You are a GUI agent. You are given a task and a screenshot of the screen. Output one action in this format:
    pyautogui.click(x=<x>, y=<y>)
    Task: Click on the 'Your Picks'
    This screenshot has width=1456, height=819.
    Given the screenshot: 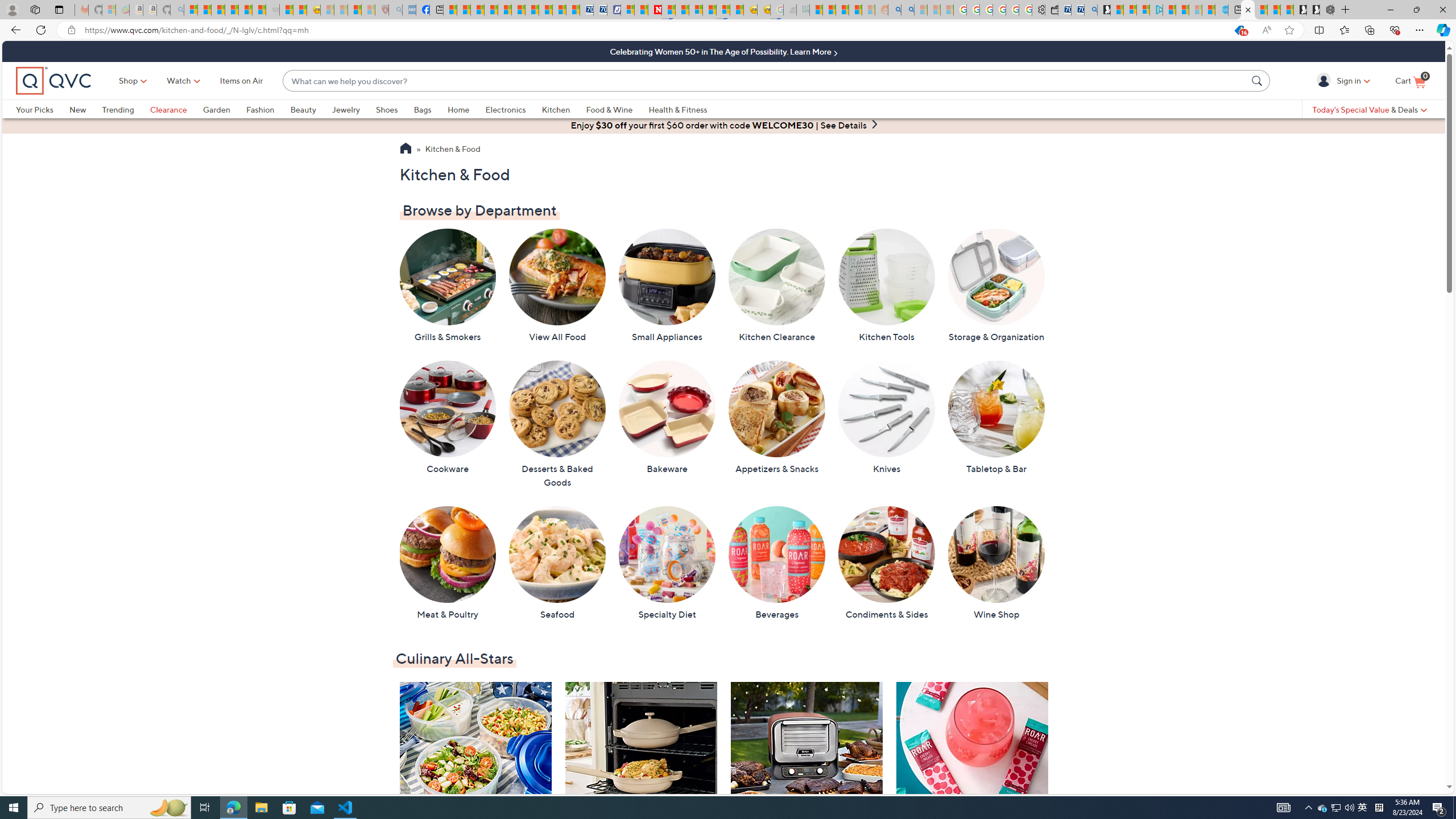 What is the action you would take?
    pyautogui.click(x=35, y=109)
    